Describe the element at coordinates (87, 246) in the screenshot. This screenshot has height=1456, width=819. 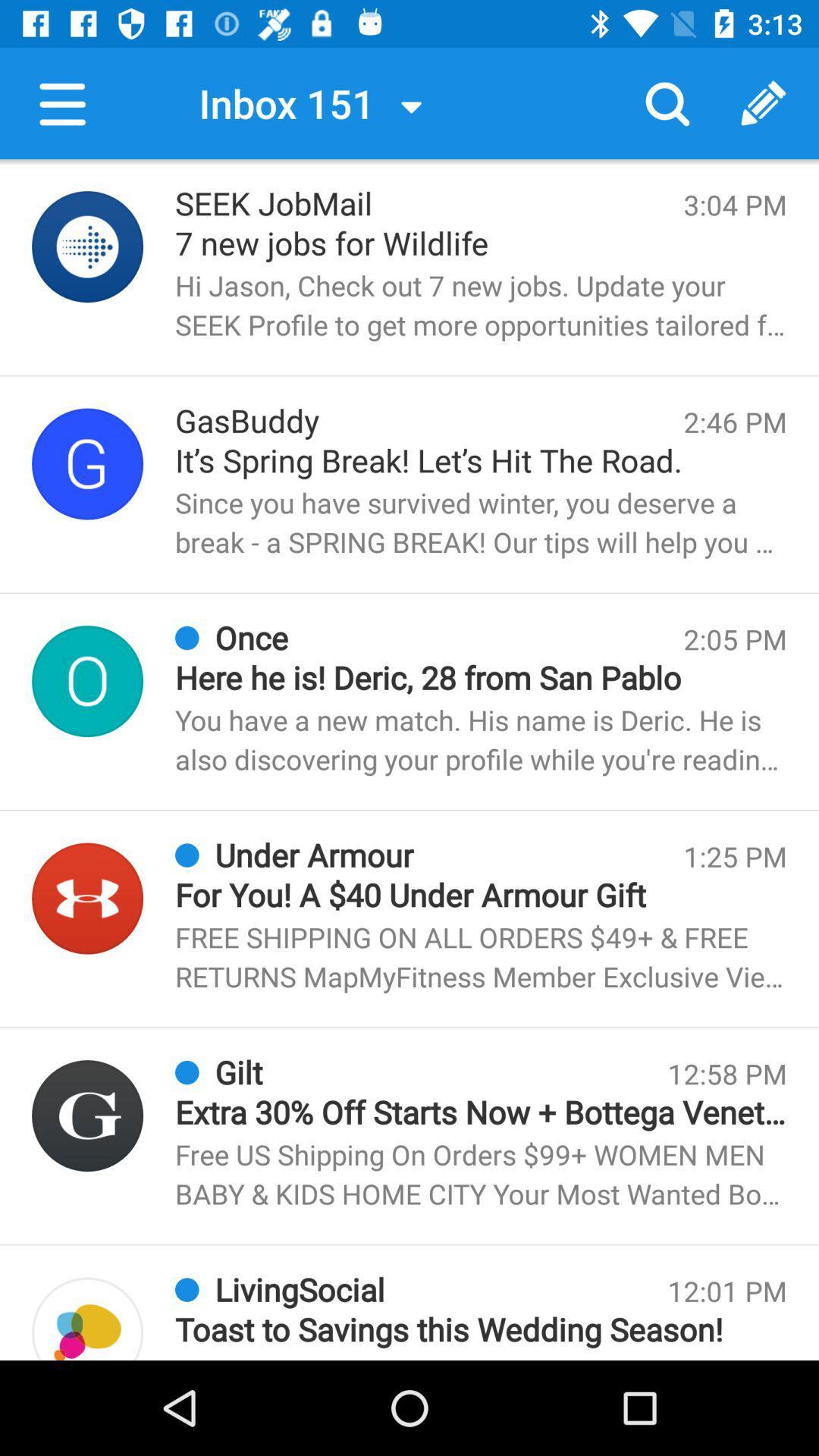
I see `the page` at that location.